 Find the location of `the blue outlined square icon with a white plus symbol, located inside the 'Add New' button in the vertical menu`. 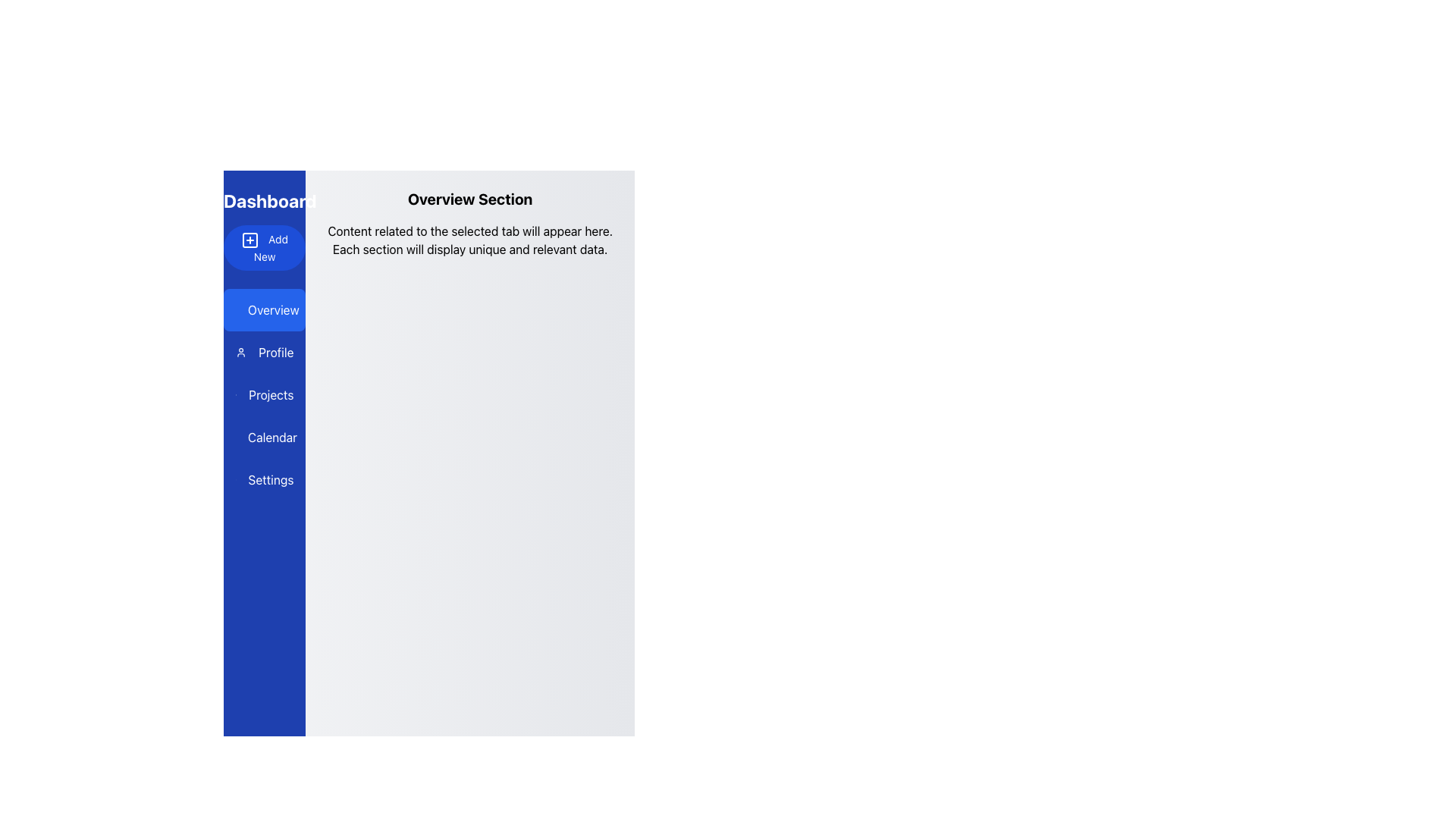

the blue outlined square icon with a white plus symbol, located inside the 'Add New' button in the vertical menu is located at coordinates (250, 239).